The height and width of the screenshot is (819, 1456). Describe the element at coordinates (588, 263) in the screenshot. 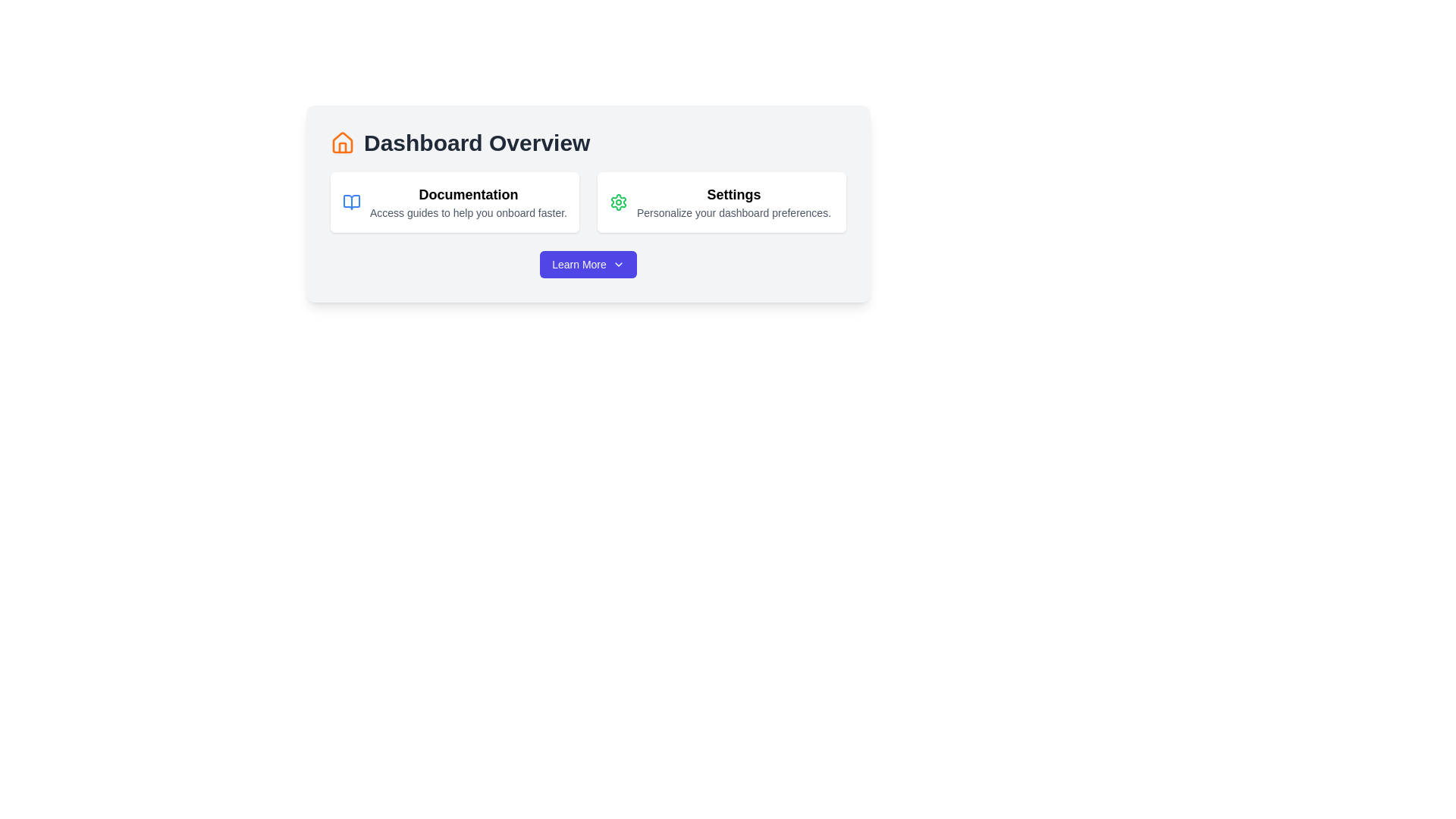

I see `the button located at the bottom-center of the card component that contains 'Documentation' and 'Settings'` at that location.